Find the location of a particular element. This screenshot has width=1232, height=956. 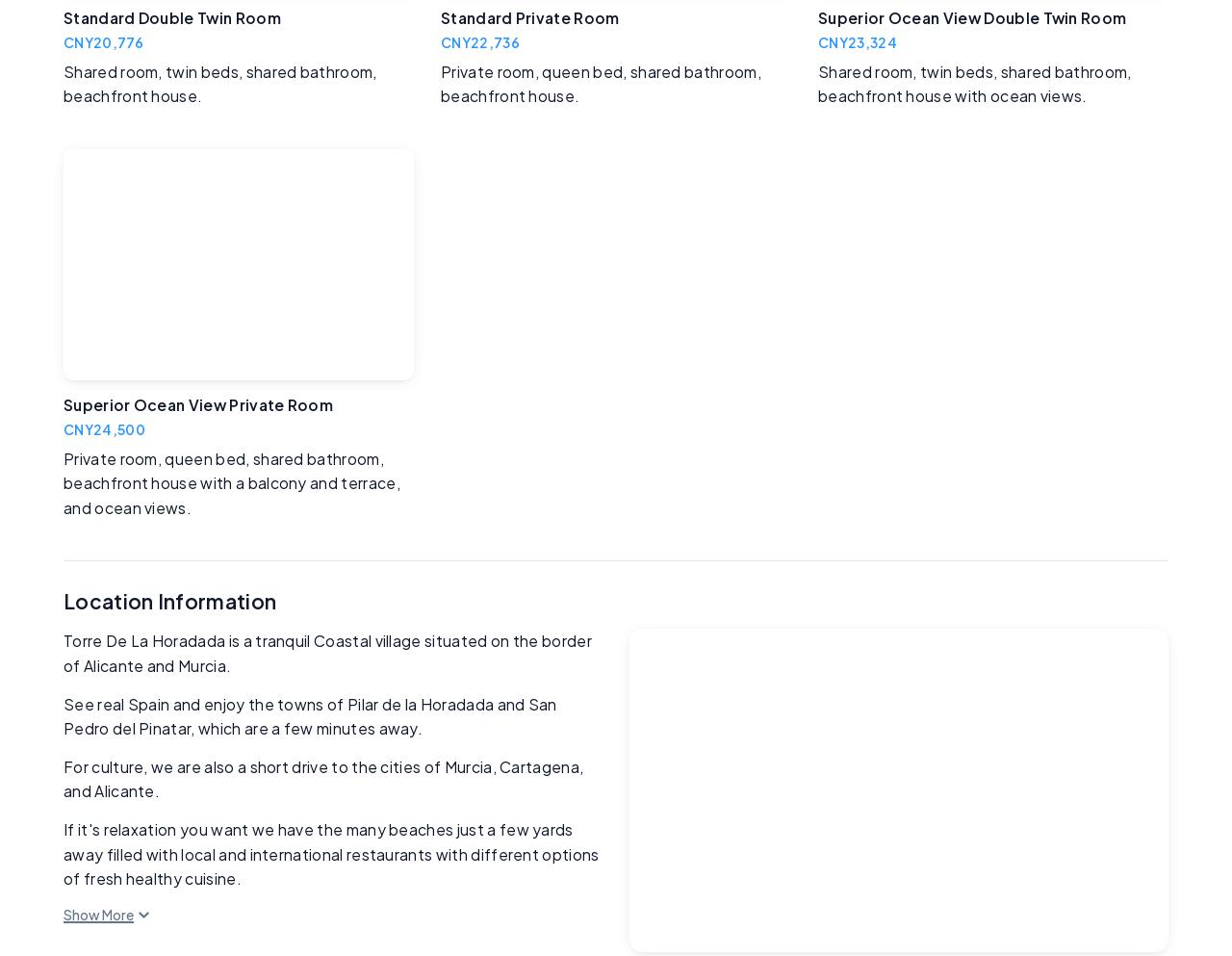

'Show More' is located at coordinates (97, 913).